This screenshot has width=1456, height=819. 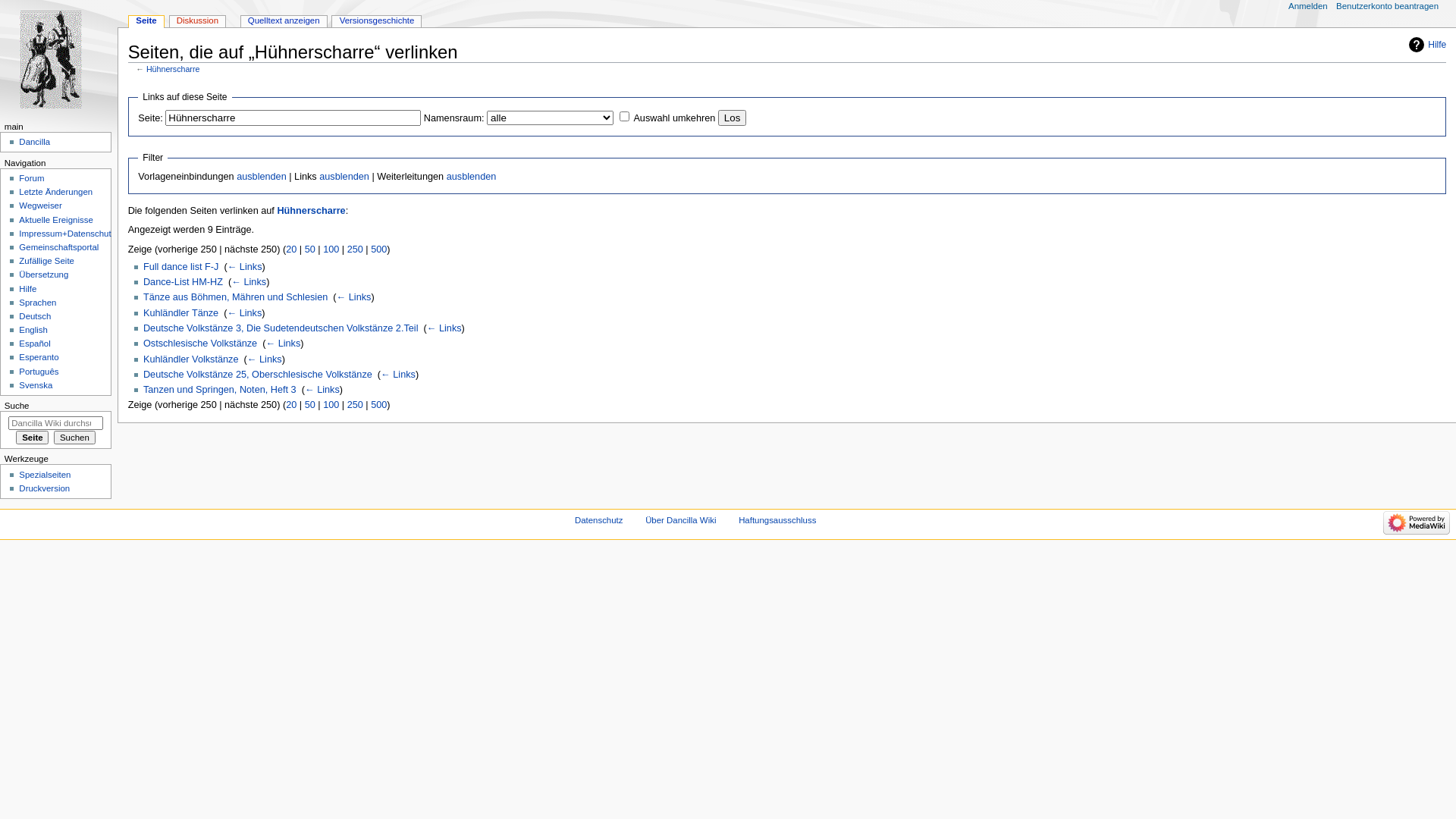 What do you see at coordinates (143, 265) in the screenshot?
I see `'Full dance list F-J'` at bounding box center [143, 265].